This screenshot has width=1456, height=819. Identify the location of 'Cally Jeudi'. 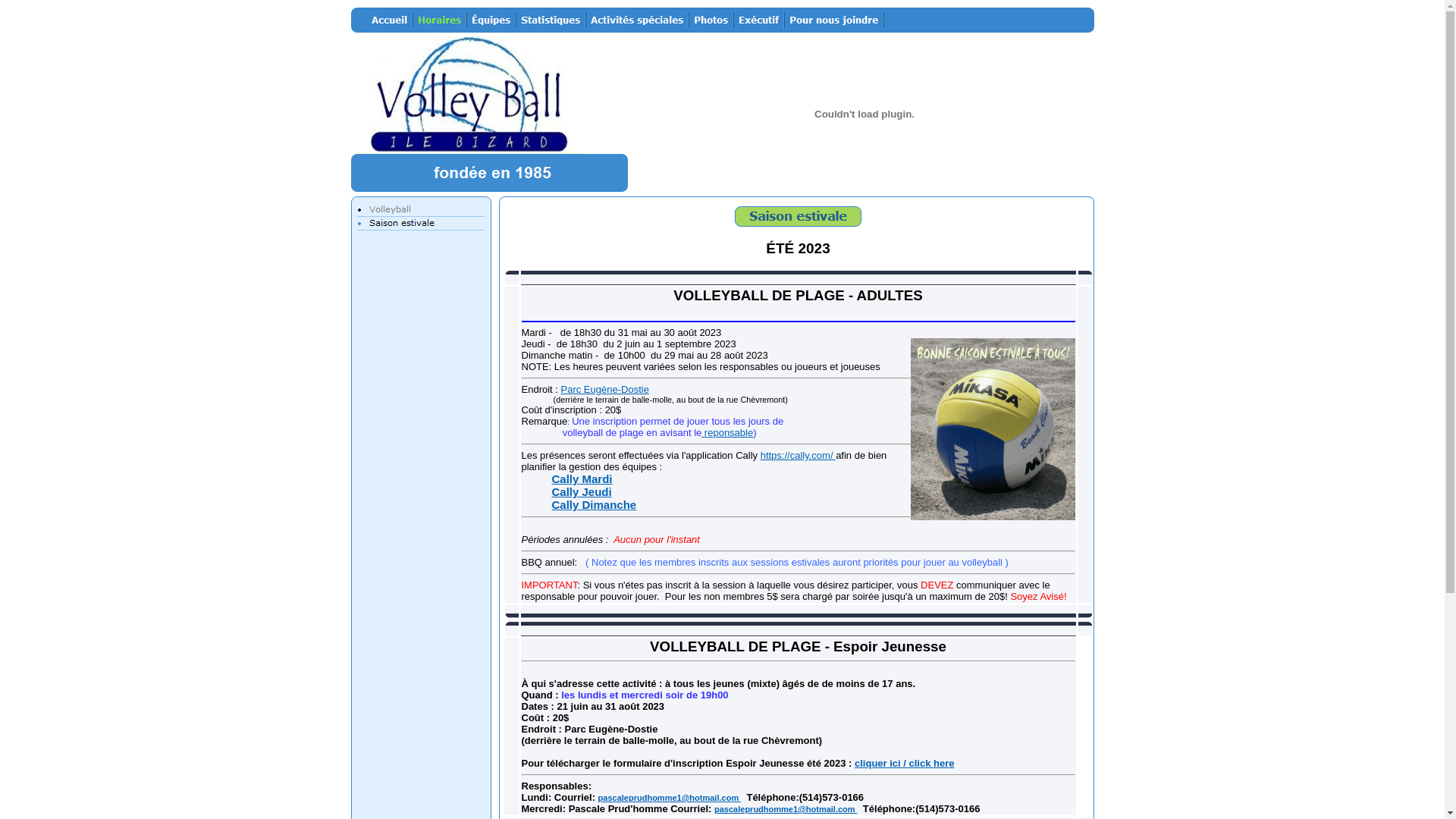
(581, 491).